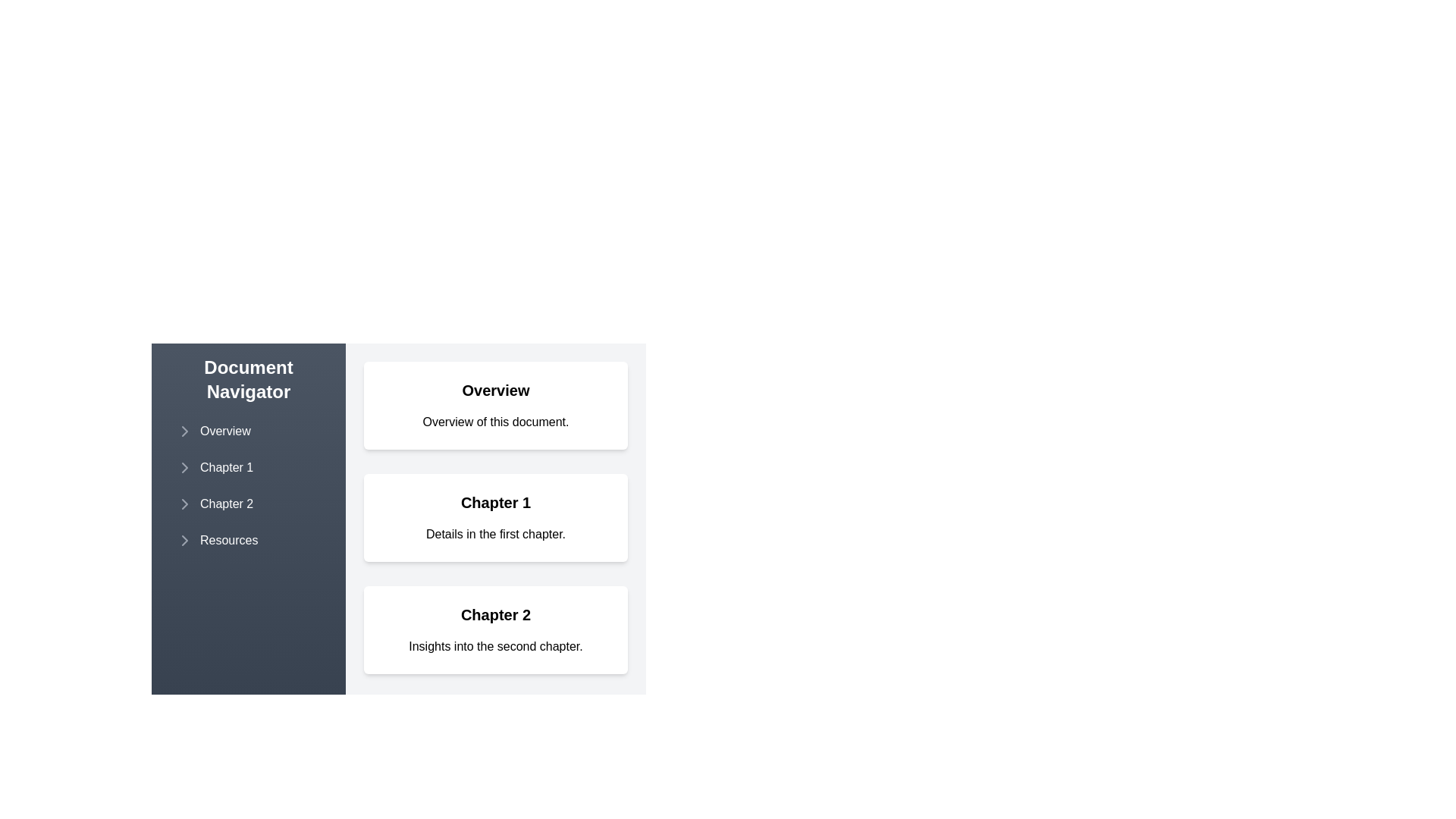  What do you see at coordinates (248, 467) in the screenshot?
I see `the navigational button for 'Chapter 1' in the vertical menu to possibly reveal additional information` at bounding box center [248, 467].